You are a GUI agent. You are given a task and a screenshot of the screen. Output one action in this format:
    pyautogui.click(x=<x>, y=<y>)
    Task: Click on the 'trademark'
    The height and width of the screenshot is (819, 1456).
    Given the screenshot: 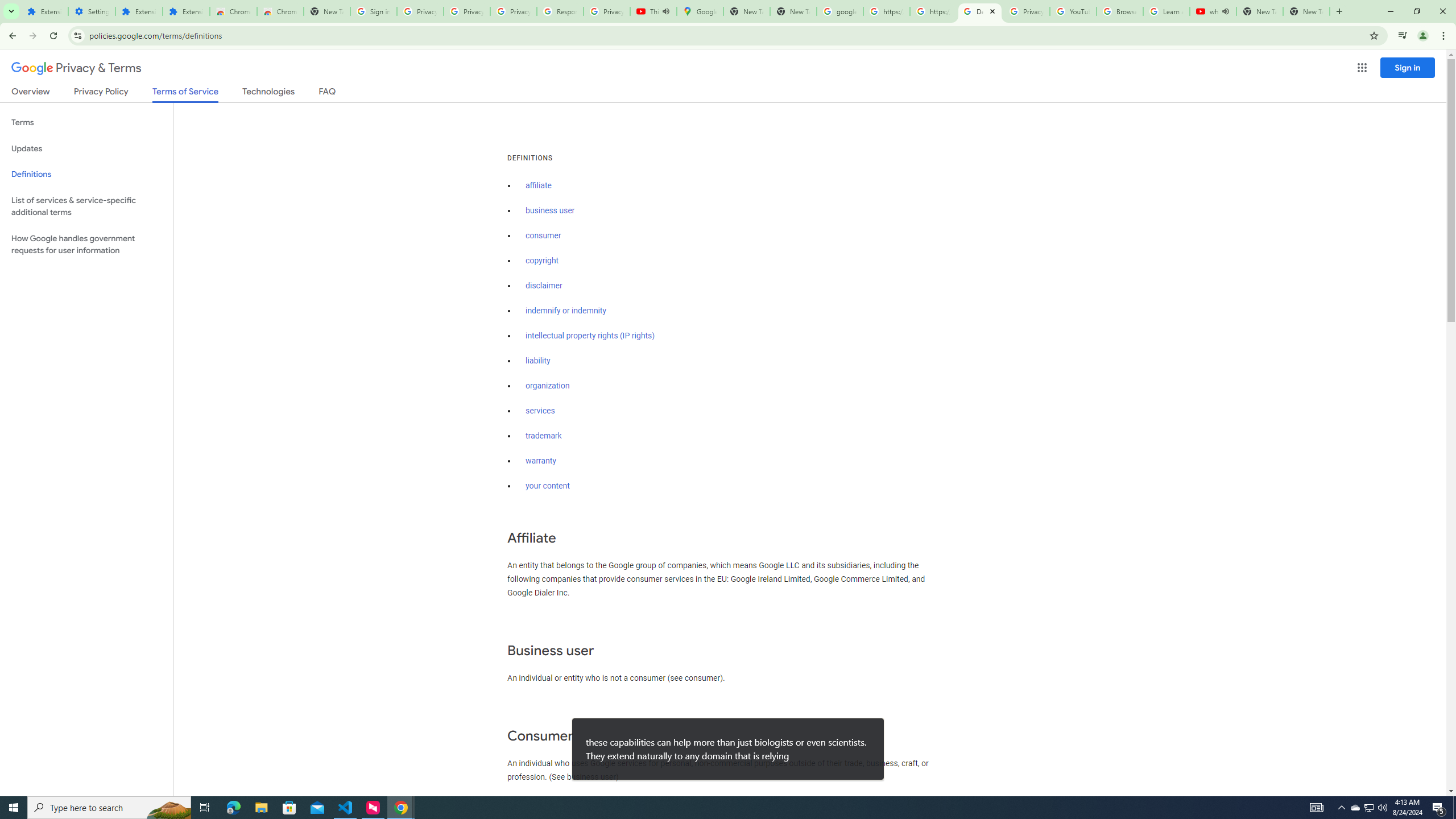 What is the action you would take?
    pyautogui.click(x=543, y=435)
    